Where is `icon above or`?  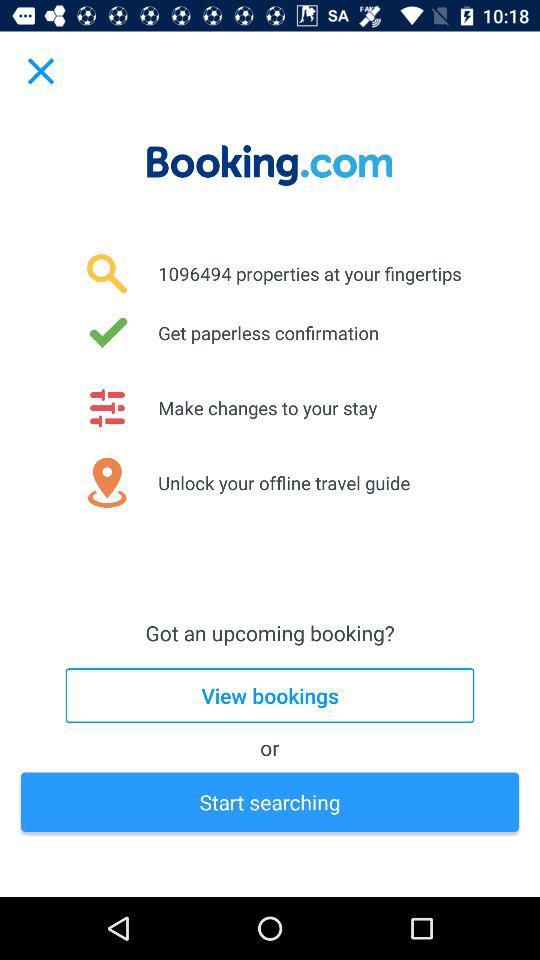 icon above or is located at coordinates (270, 695).